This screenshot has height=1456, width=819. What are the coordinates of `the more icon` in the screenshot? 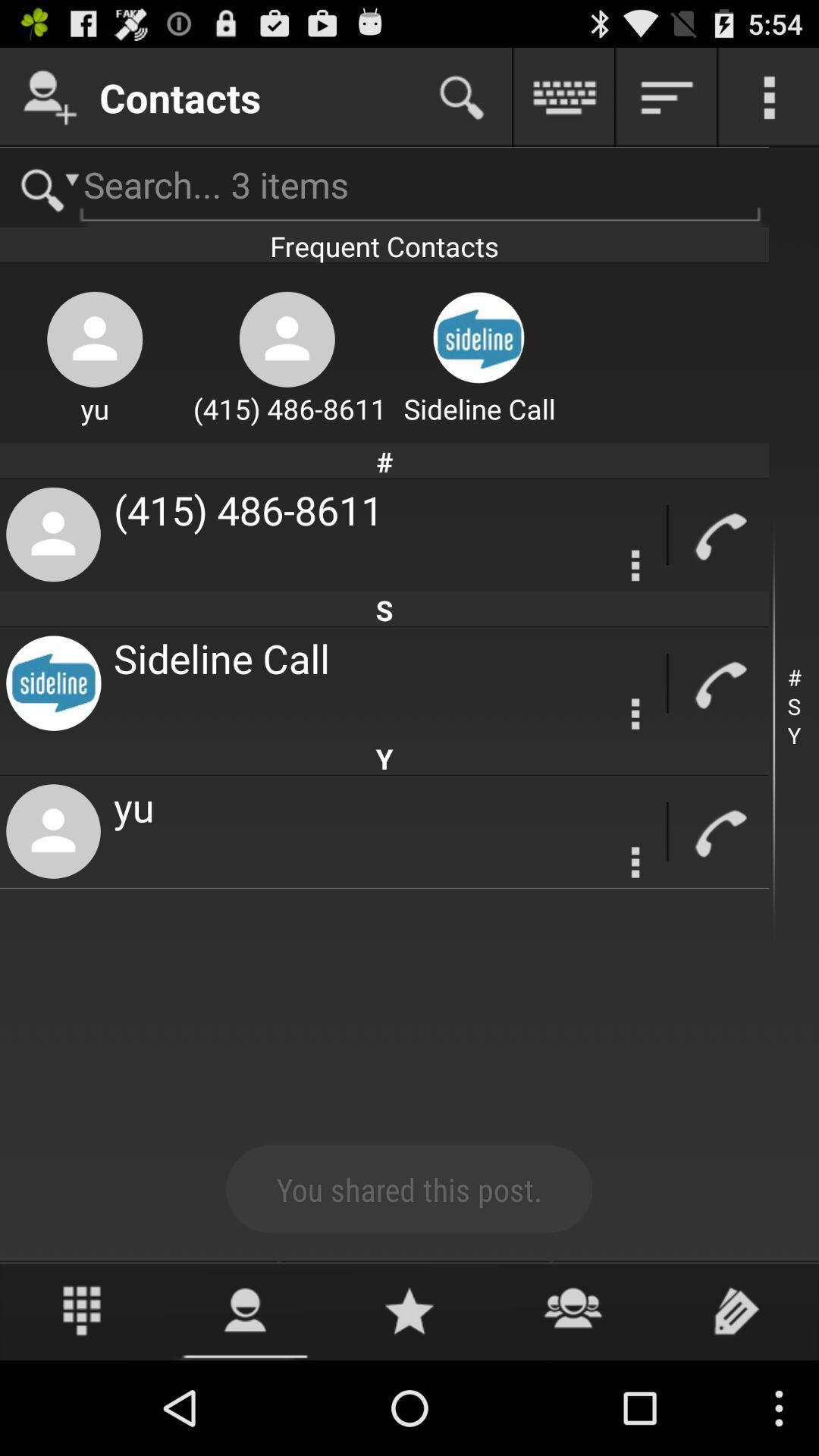 It's located at (769, 103).